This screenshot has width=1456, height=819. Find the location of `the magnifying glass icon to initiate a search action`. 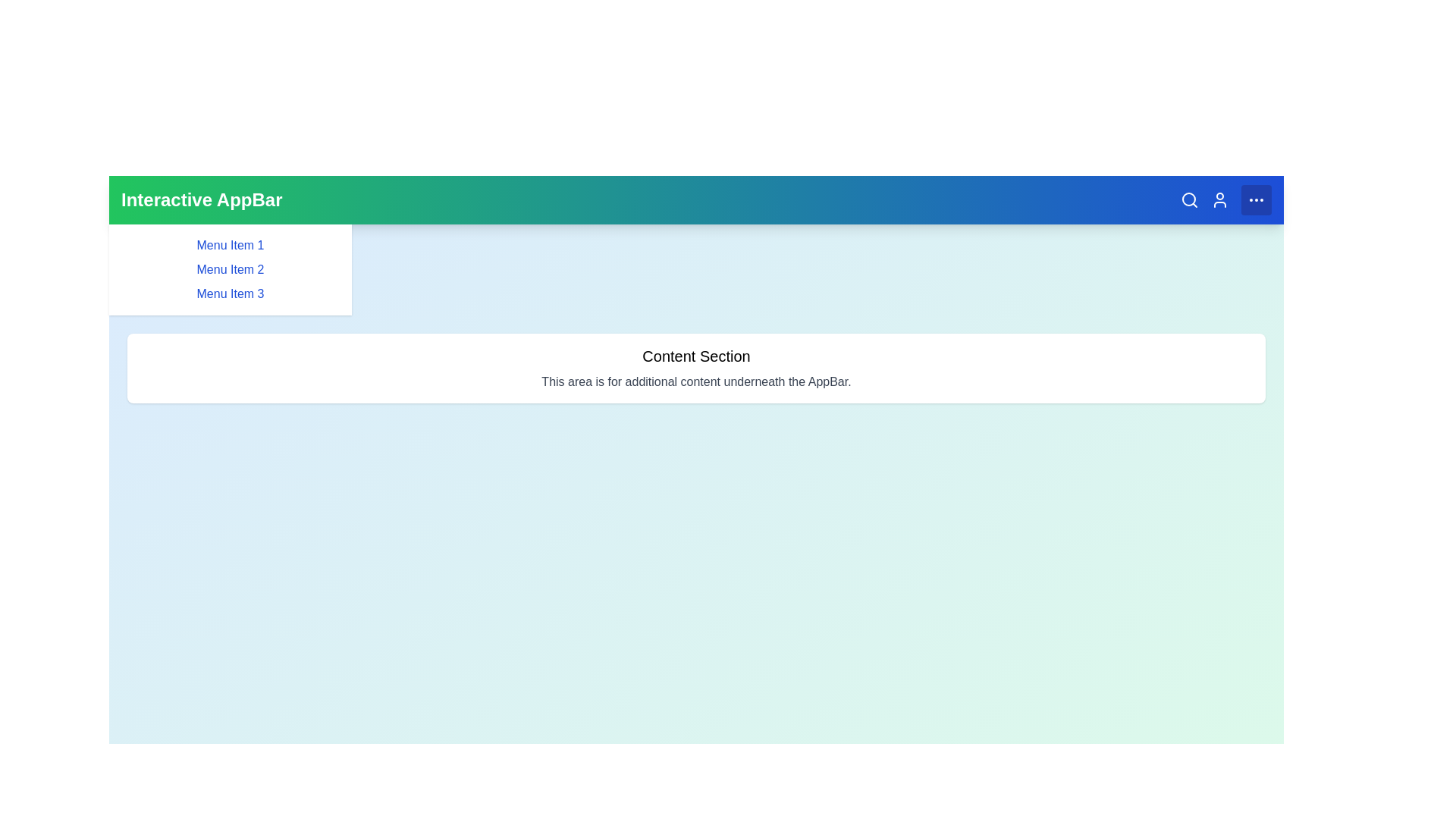

the magnifying glass icon to initiate a search action is located at coordinates (1189, 199).